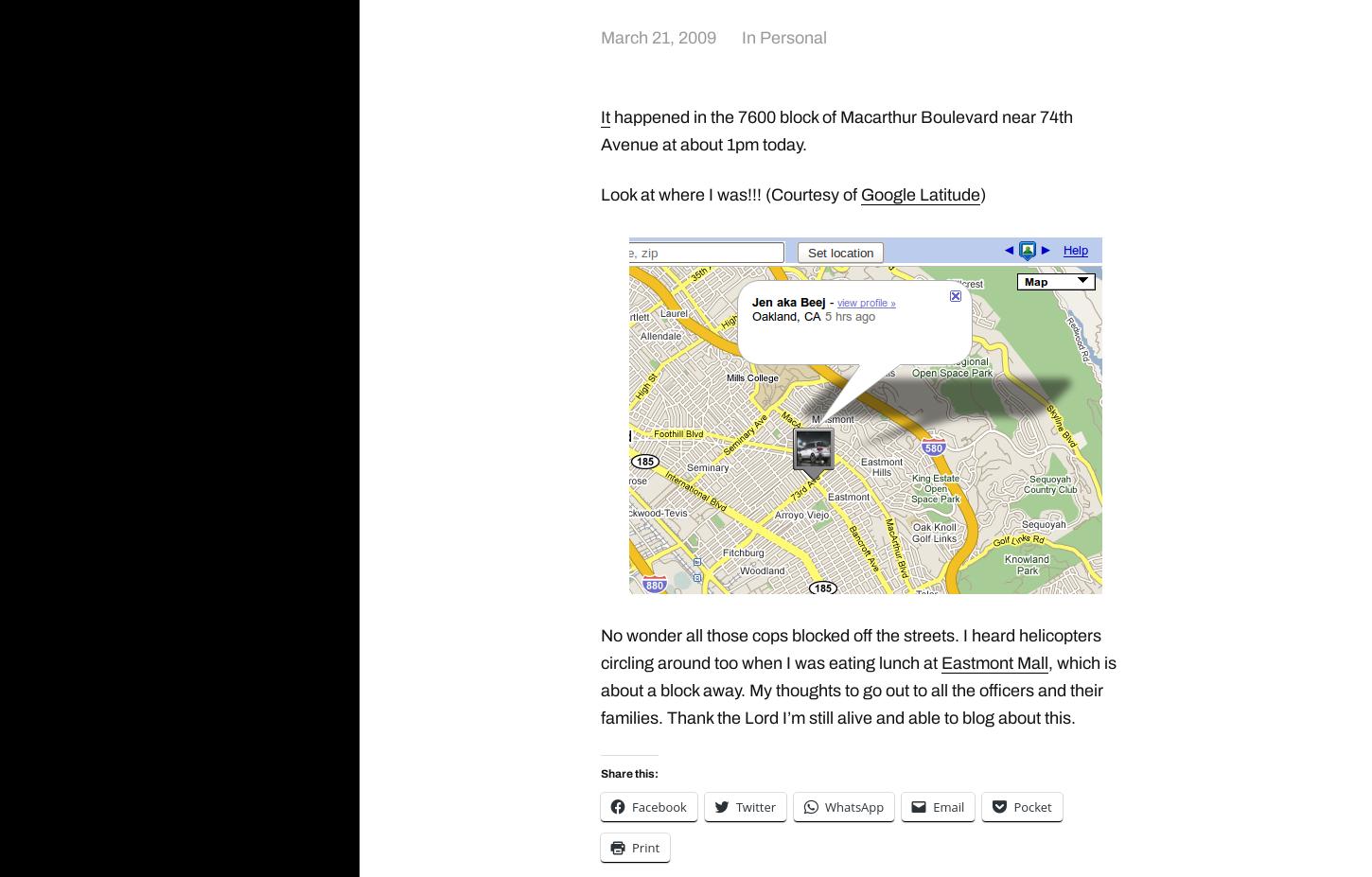 This screenshot has width=1372, height=877. I want to click on 'No wonder all those cops blocked off the streets. I heard helicopters circling around too when I was eating lunch at', so click(599, 647).